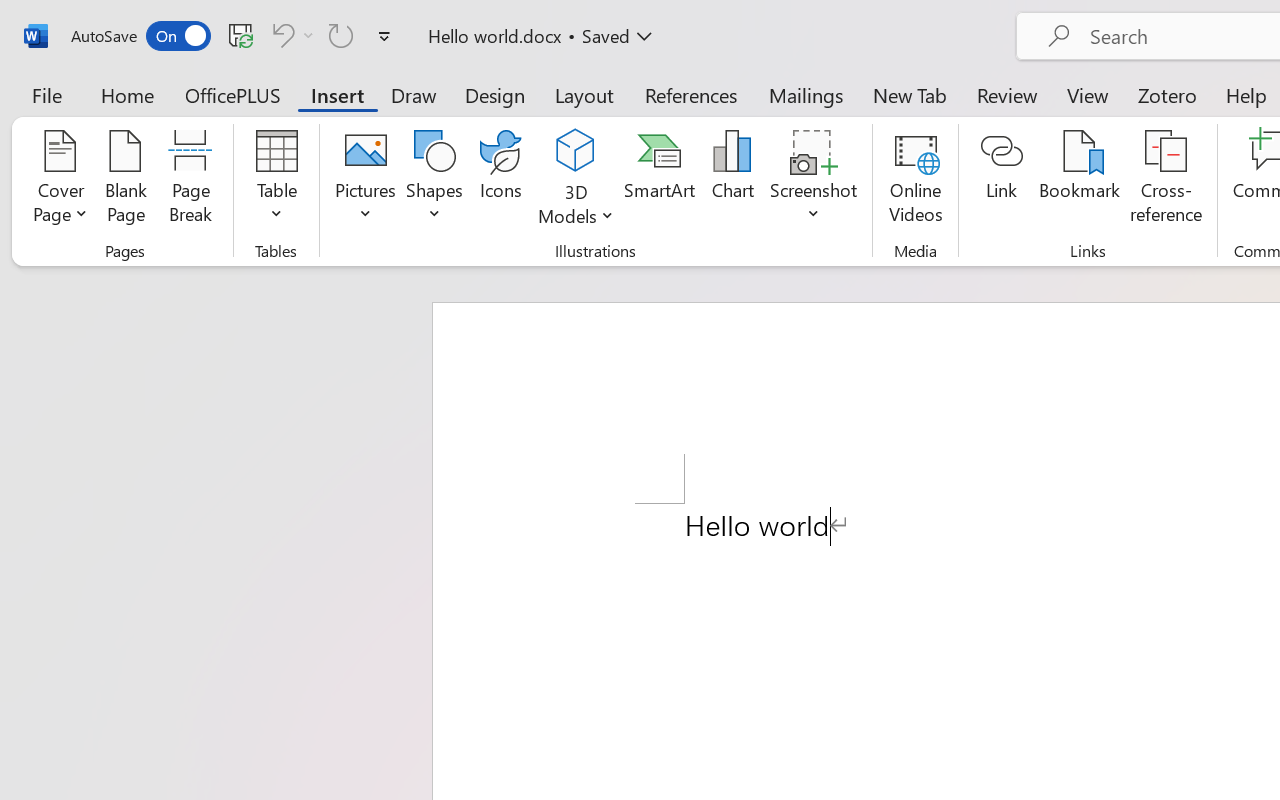  I want to click on 'AutoSave', so click(139, 35).